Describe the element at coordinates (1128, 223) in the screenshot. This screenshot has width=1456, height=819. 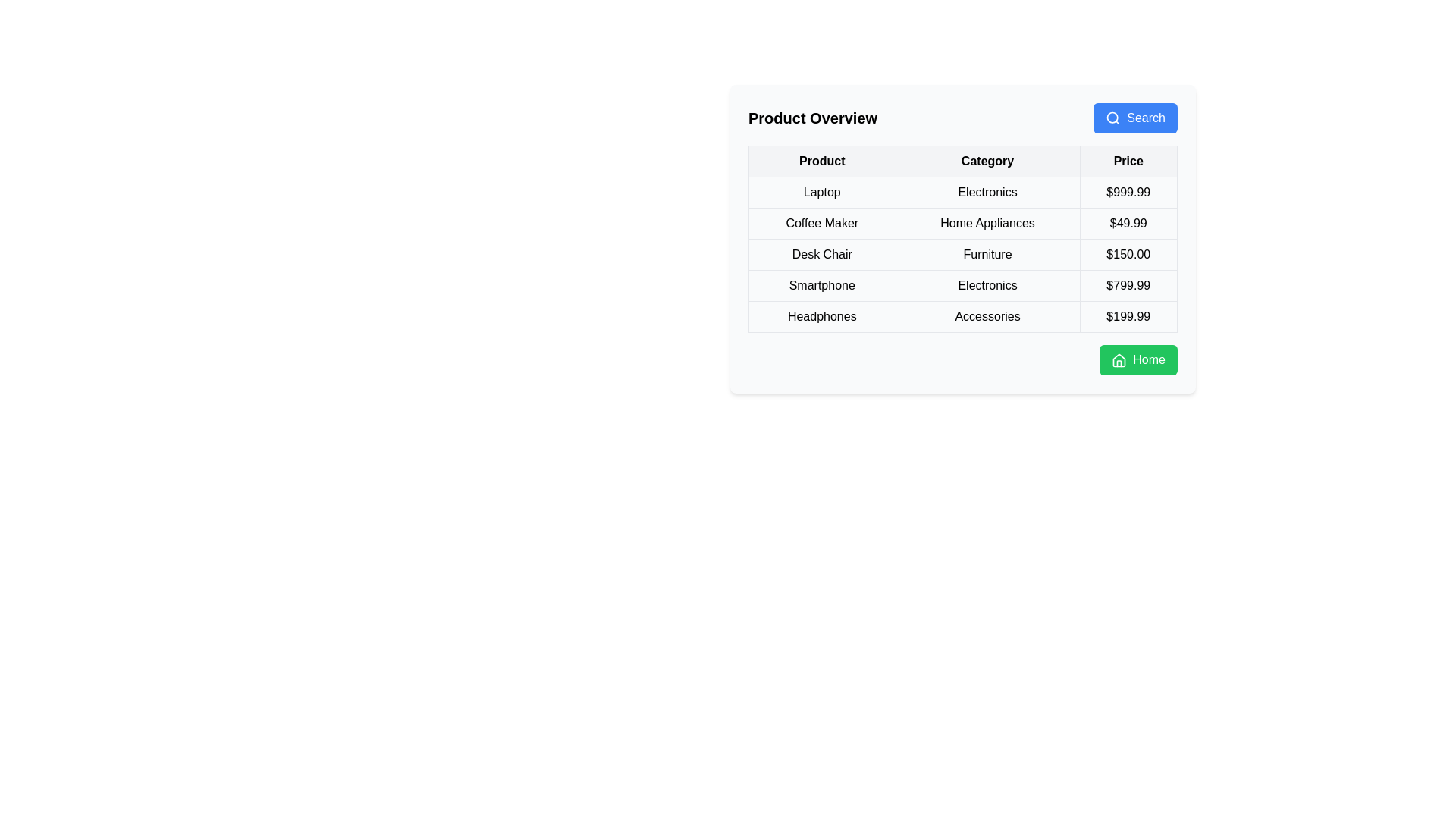
I see `the static text field displaying the price "$49.99" for the product "Coffee Maker" in the rightmost cell of its row` at that location.